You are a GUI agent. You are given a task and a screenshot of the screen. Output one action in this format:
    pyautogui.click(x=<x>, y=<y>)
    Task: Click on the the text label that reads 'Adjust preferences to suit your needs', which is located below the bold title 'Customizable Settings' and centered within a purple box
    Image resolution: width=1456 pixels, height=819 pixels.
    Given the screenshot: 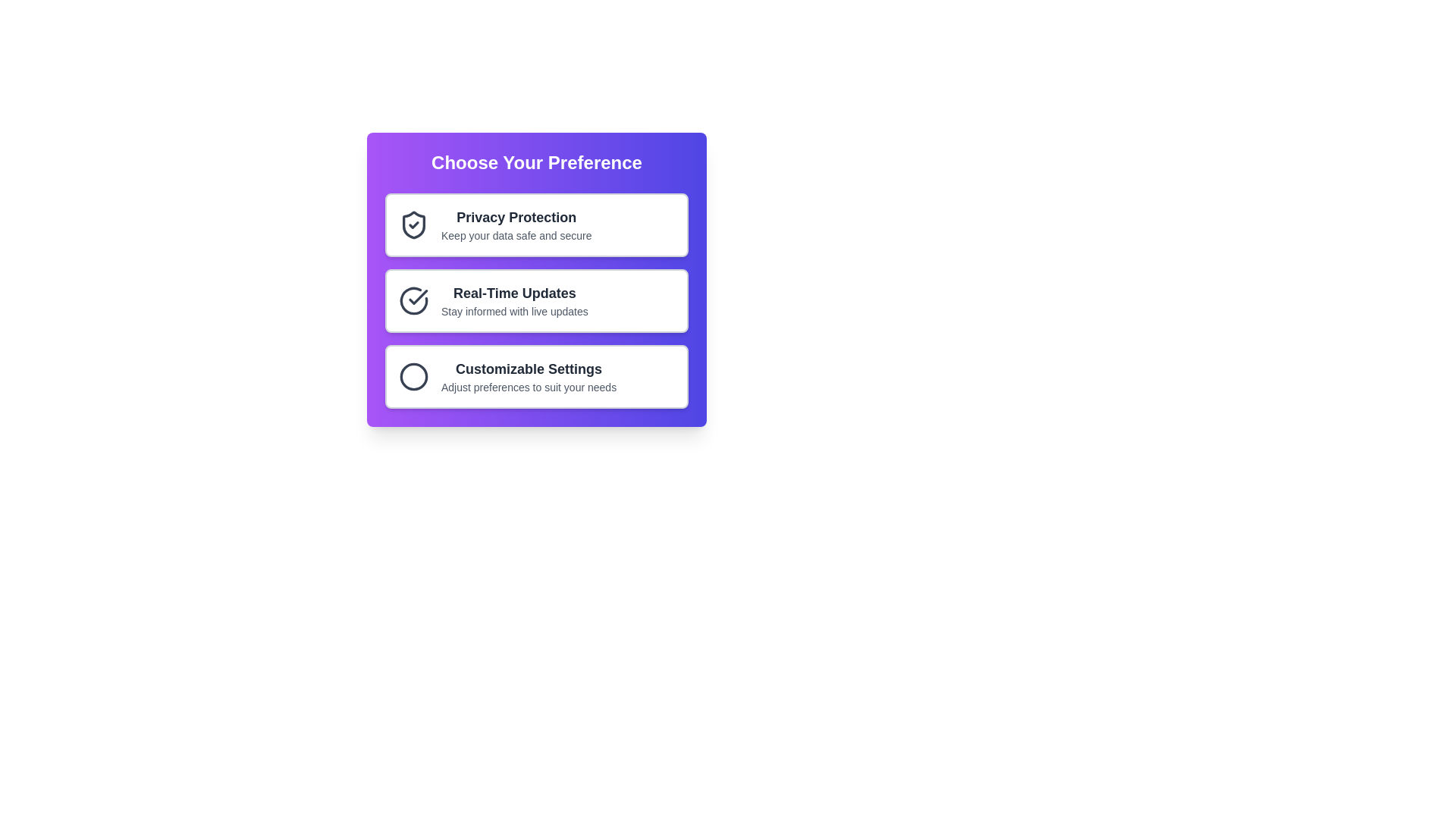 What is the action you would take?
    pyautogui.click(x=529, y=386)
    